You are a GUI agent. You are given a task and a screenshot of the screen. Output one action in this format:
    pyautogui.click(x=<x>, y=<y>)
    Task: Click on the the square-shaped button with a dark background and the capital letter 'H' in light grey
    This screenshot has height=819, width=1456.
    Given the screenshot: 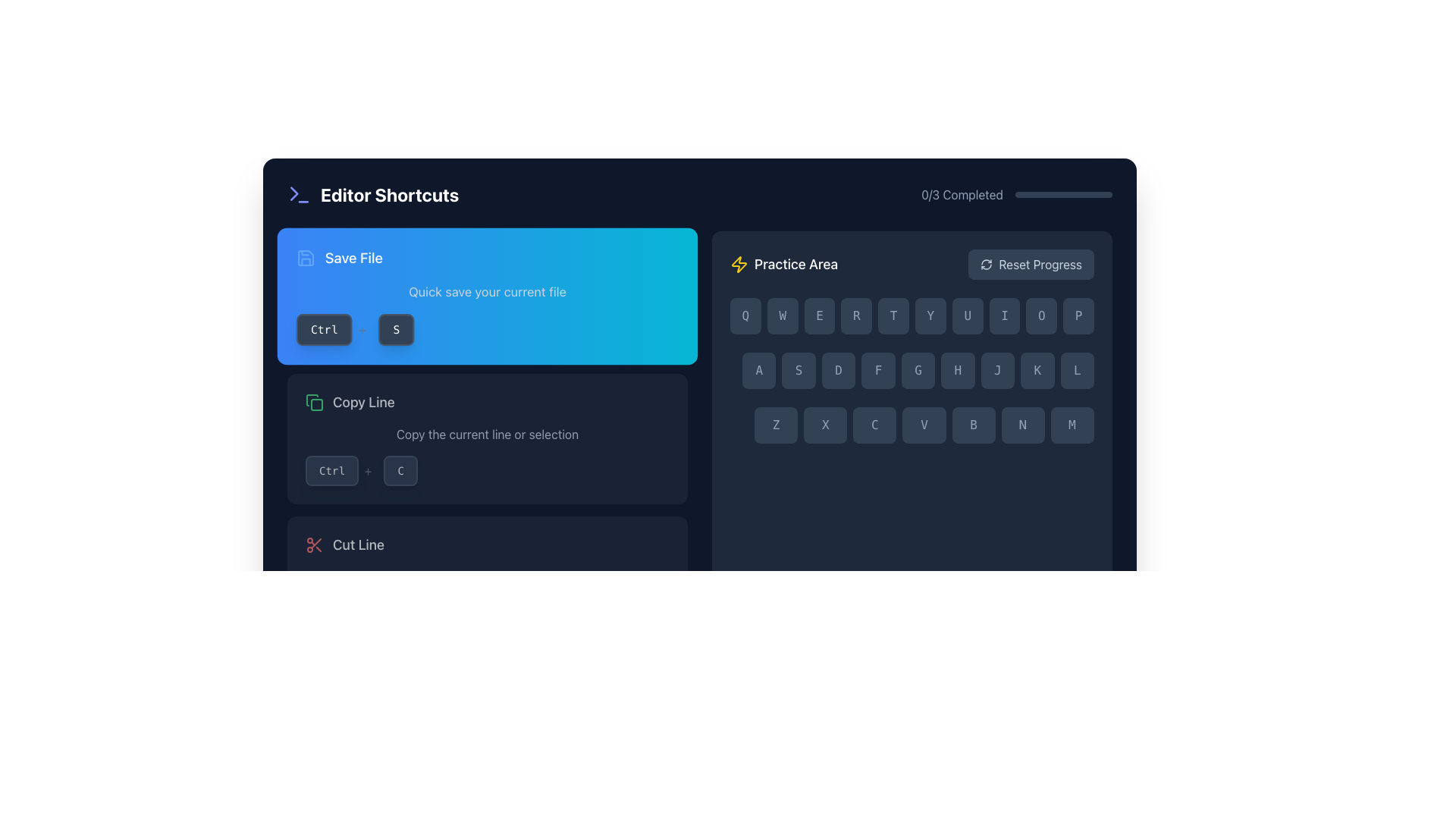 What is the action you would take?
    pyautogui.click(x=957, y=371)
    